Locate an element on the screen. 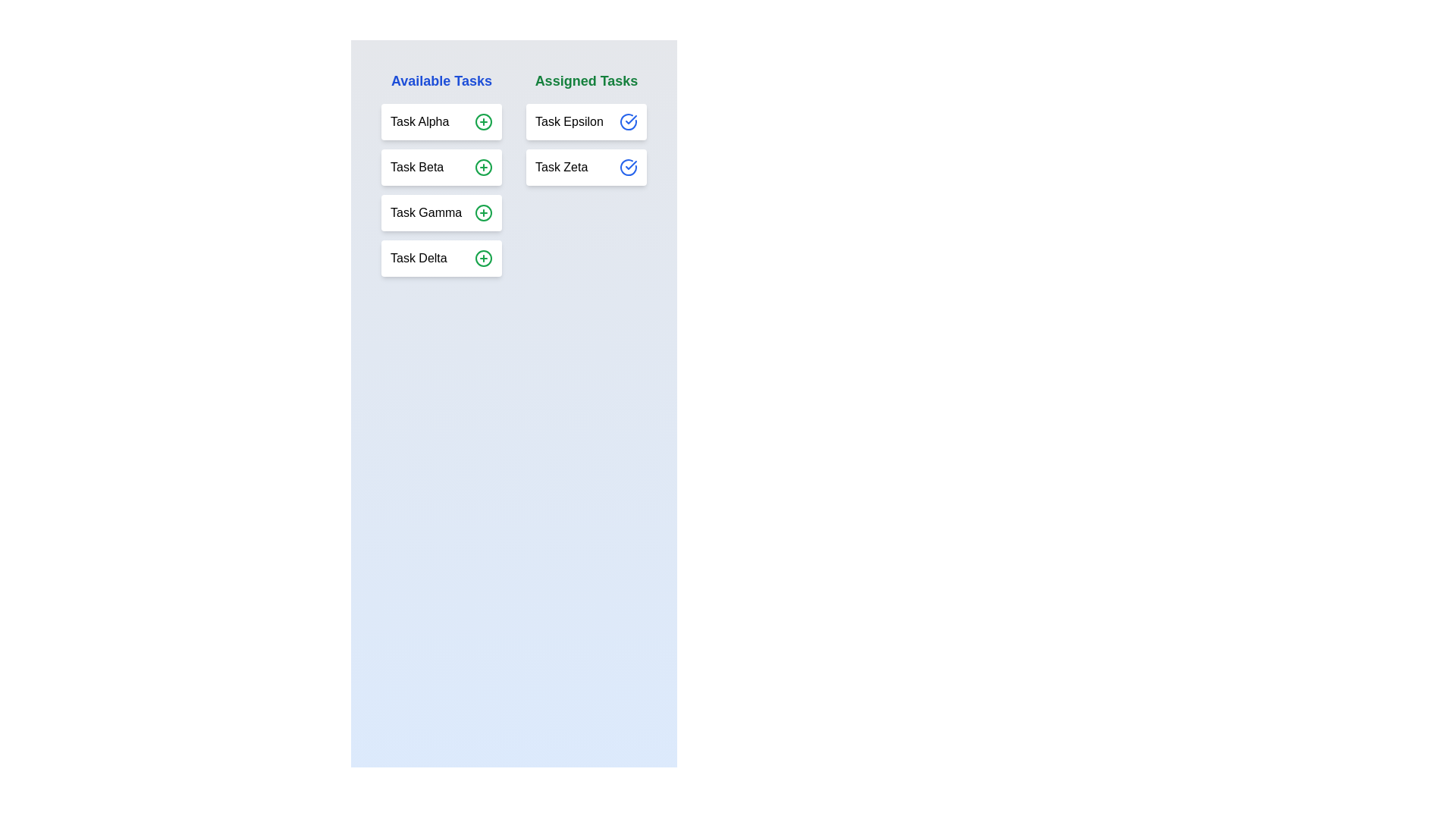 Image resolution: width=1456 pixels, height=819 pixels. plus icon next to the task Task Alpha to assign it is located at coordinates (483, 121).